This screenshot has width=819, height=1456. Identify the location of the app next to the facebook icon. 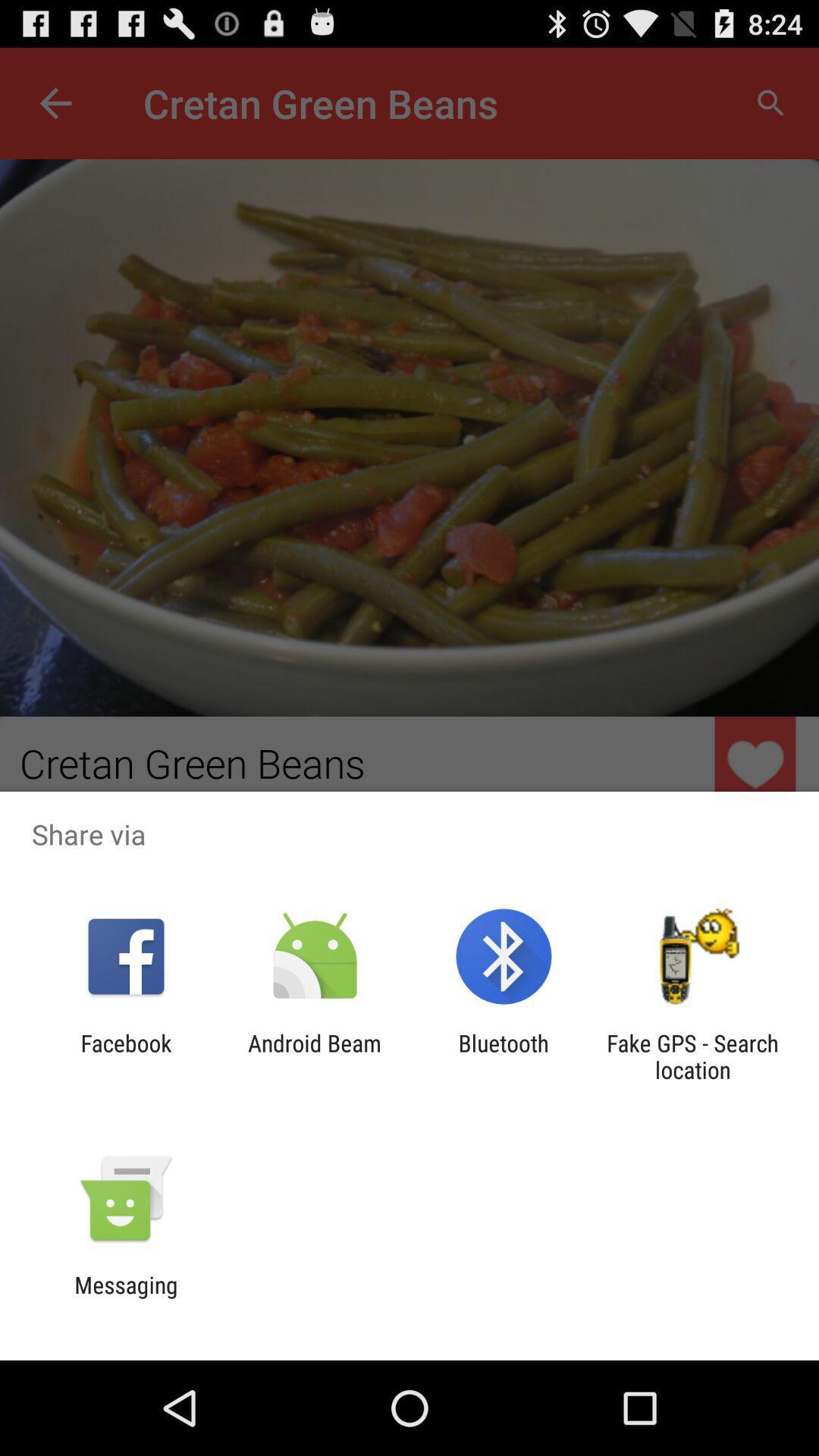
(314, 1056).